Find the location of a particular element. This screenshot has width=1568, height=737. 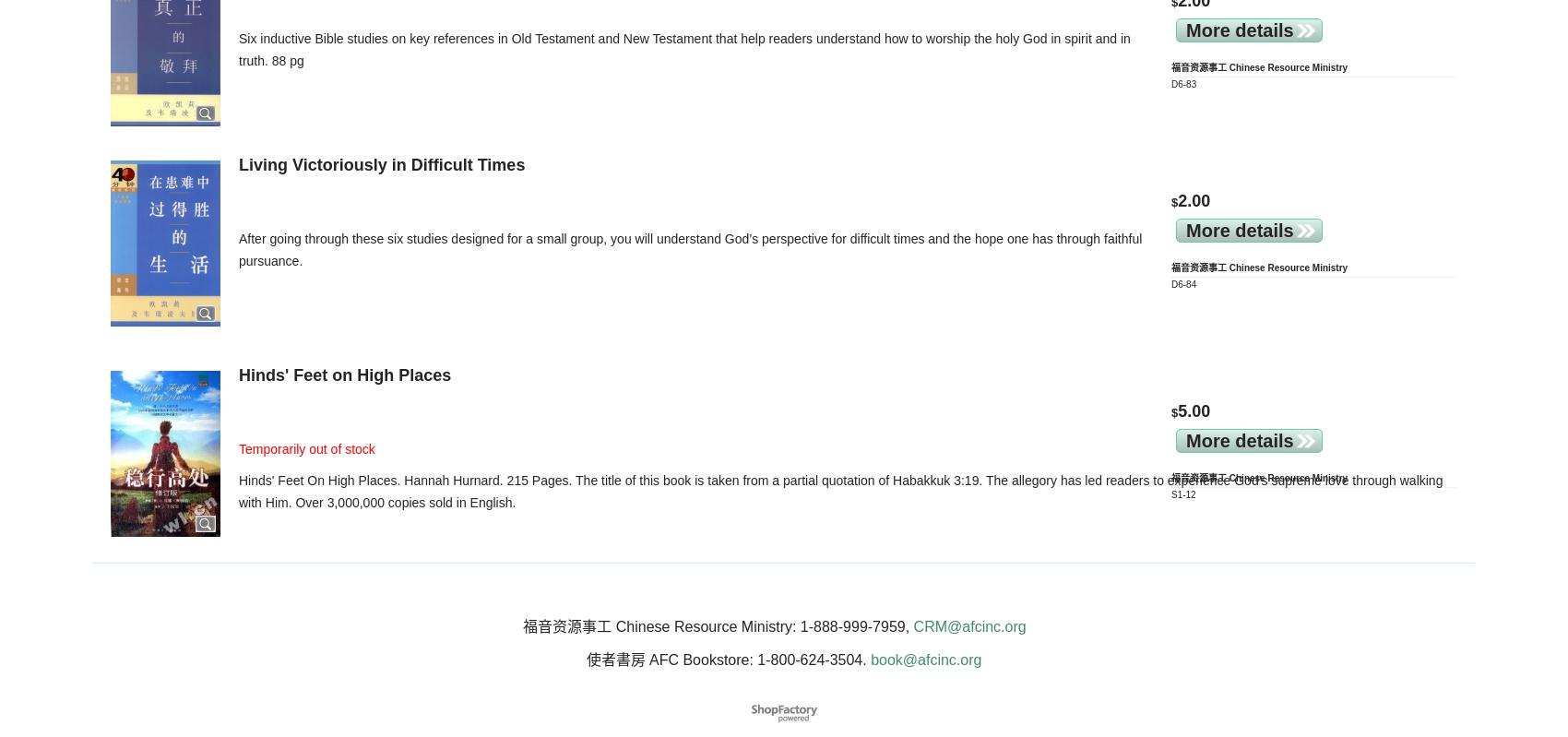

'Temporarily out of stock' is located at coordinates (305, 447).